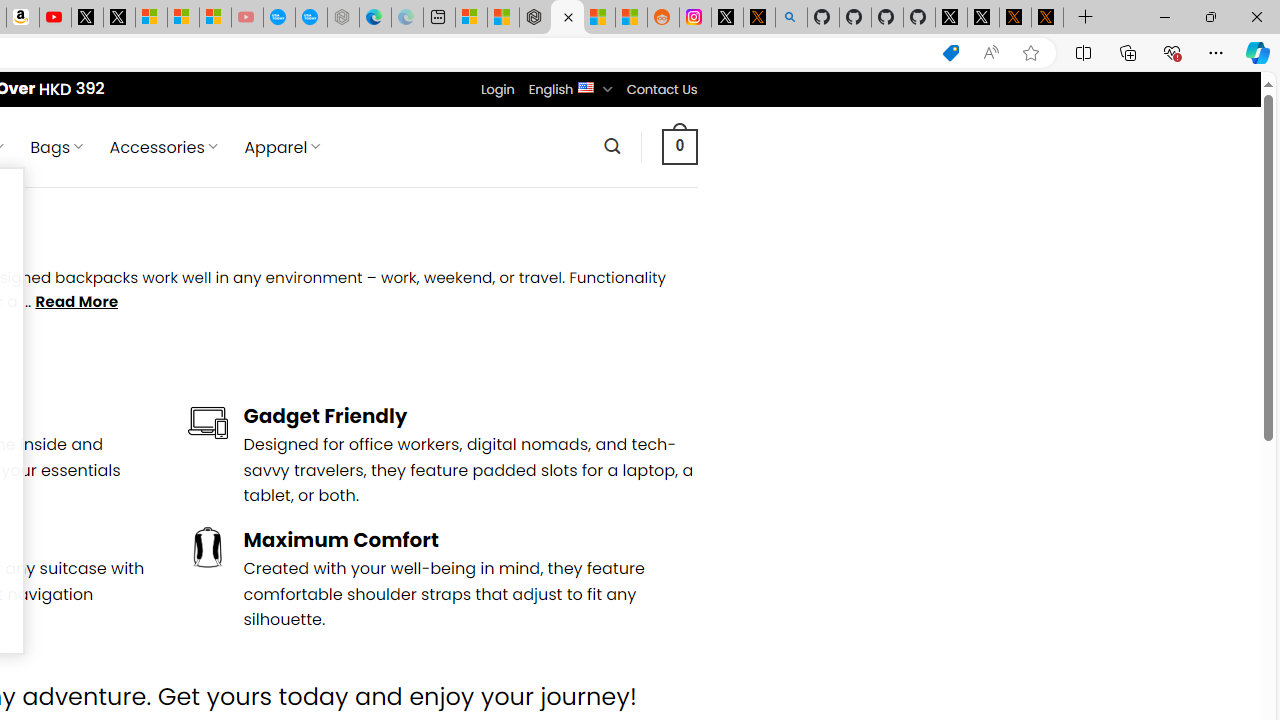 This screenshot has height=720, width=1280. Describe the element at coordinates (497, 88) in the screenshot. I see `'Login'` at that location.